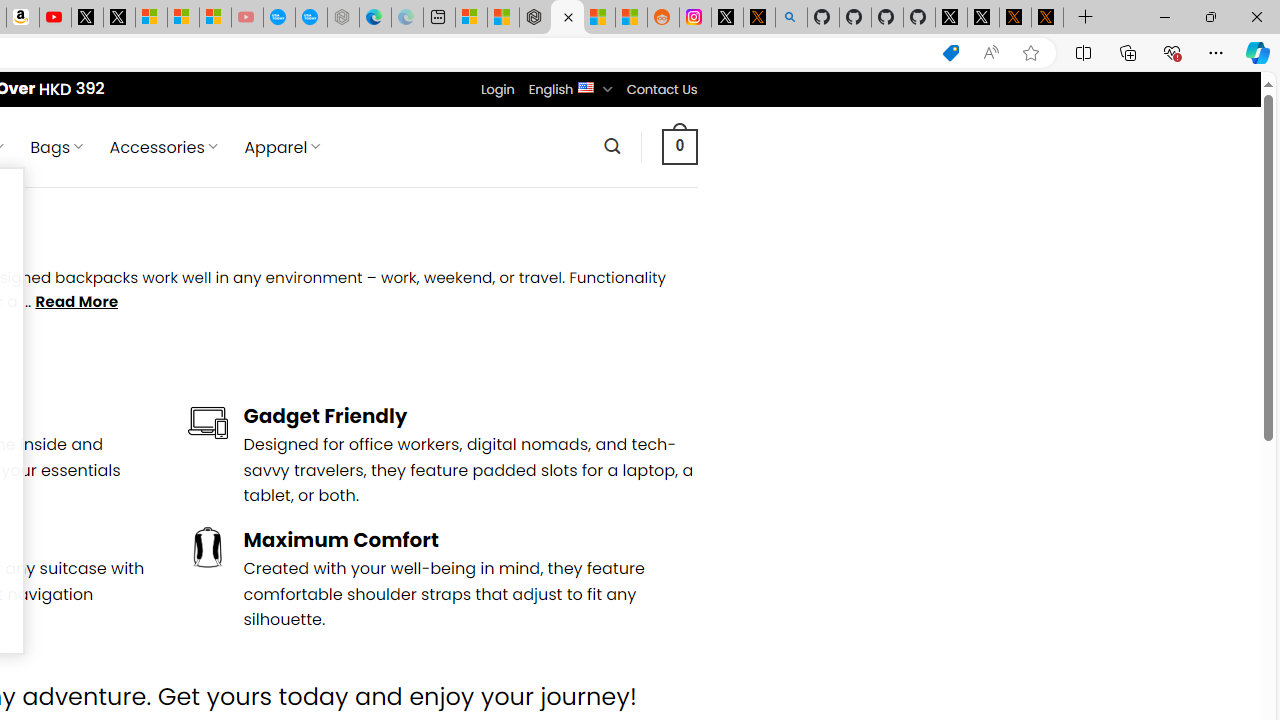 This screenshot has height=720, width=1280. Describe the element at coordinates (497, 88) in the screenshot. I see `'Login'` at that location.